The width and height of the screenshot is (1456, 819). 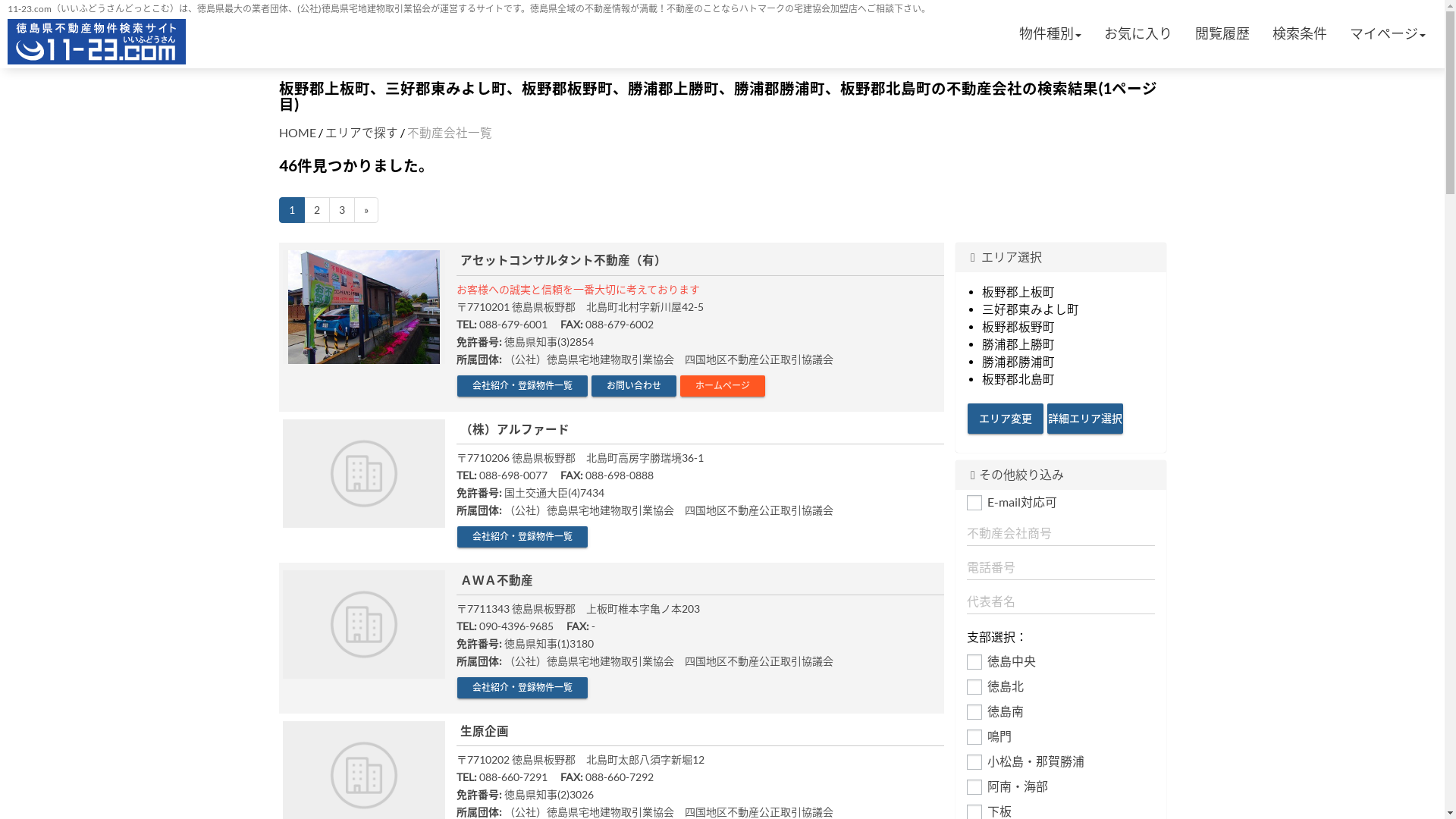 I want to click on '2', so click(x=303, y=210).